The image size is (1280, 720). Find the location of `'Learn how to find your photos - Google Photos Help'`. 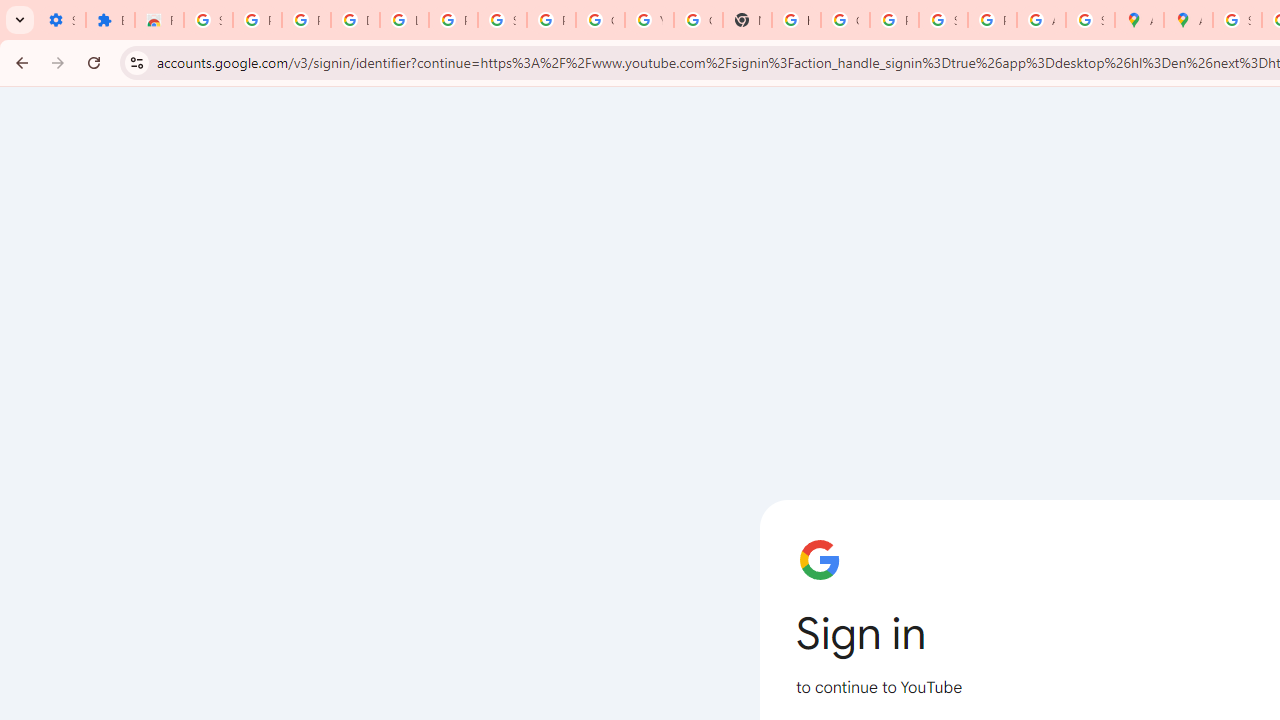

'Learn how to find your photos - Google Photos Help' is located at coordinates (403, 20).